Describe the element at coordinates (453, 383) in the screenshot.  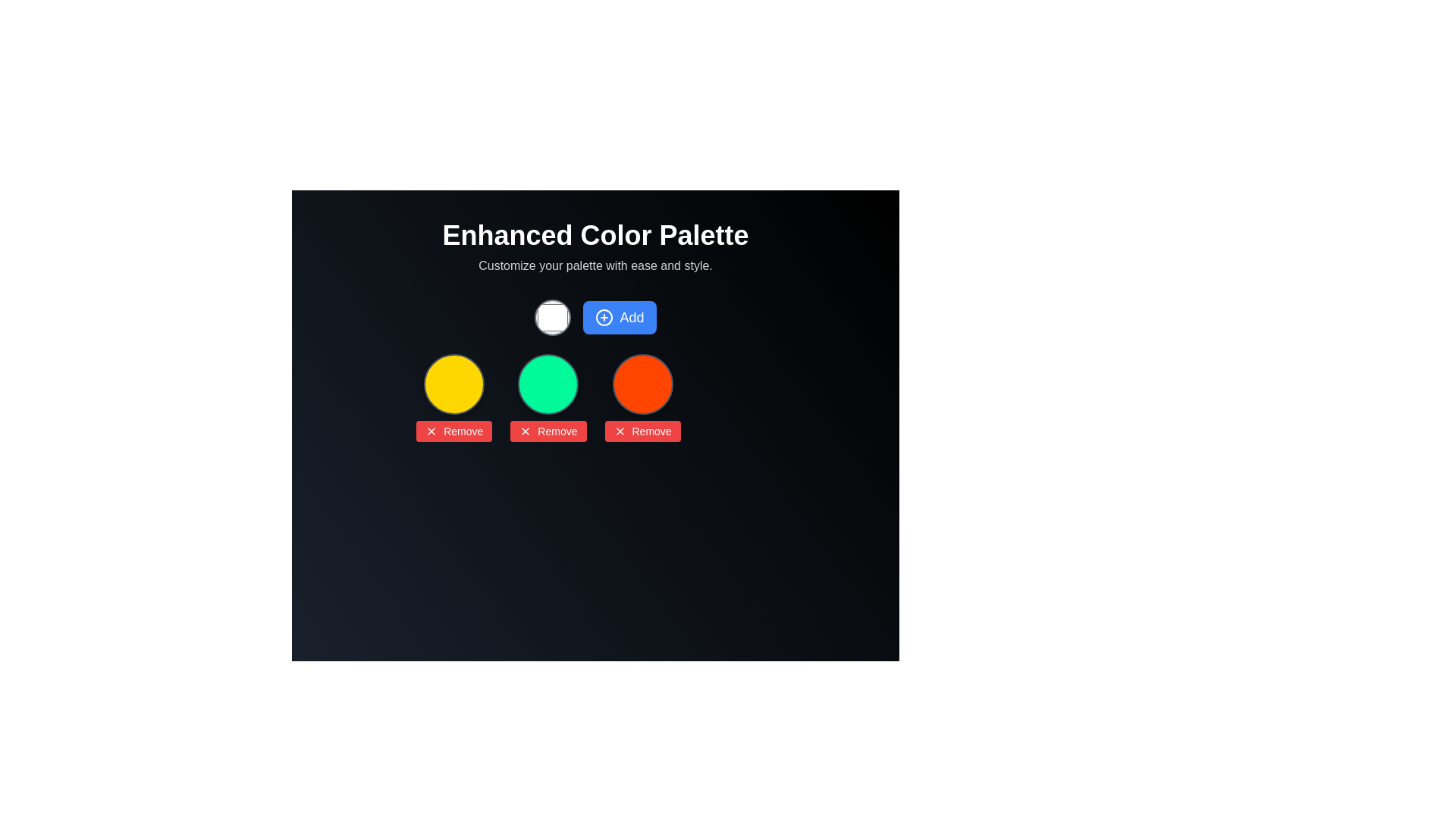
I see `the first circular color option representing yellow in the palette interface, which is located above the 'Remove' button` at that location.